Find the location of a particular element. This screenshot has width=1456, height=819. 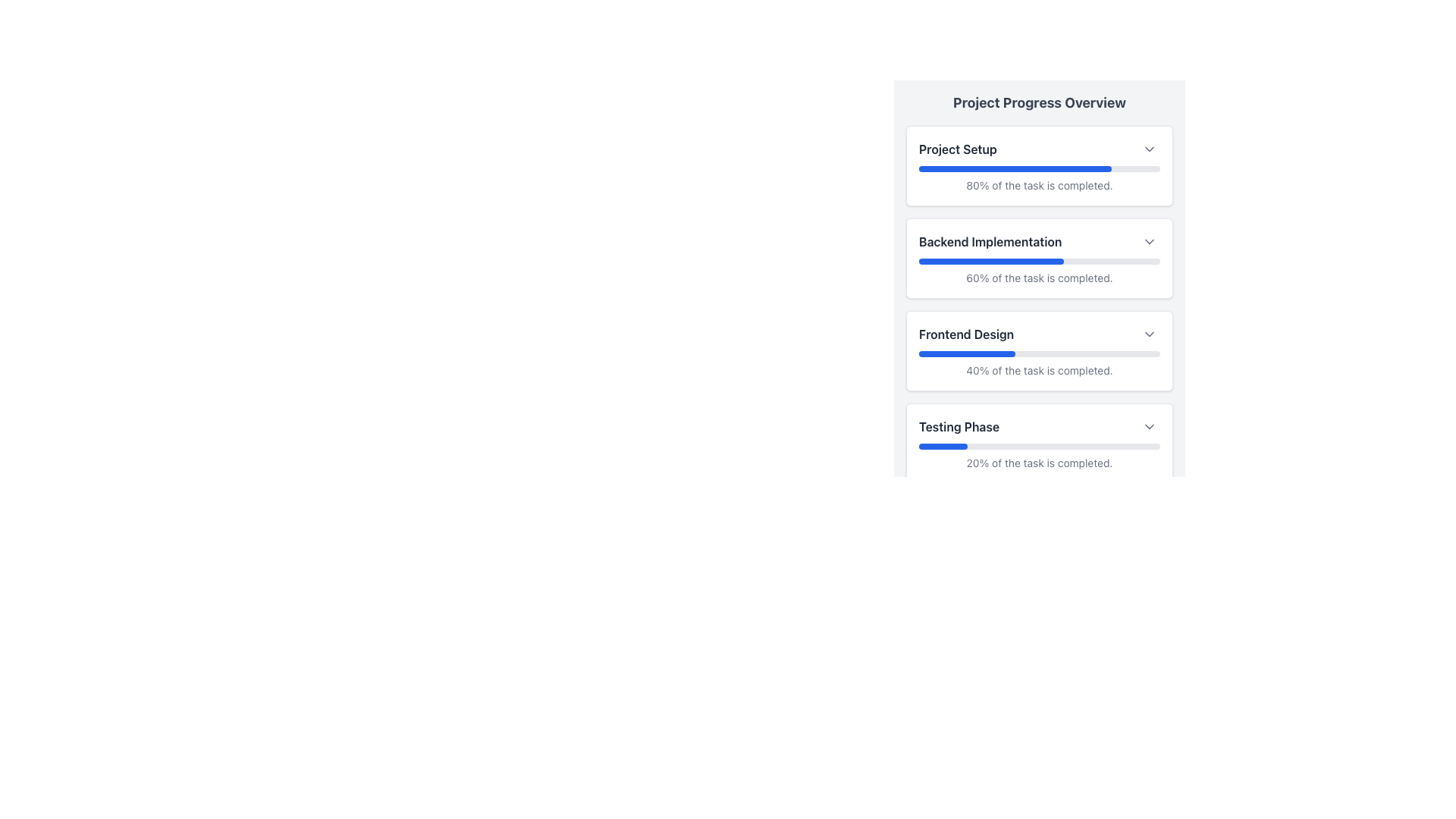

the header text label in the 'Project Progress Overview' section, which is located on the fourth row and is positioned towards the left, before the chevron and details icons is located at coordinates (958, 427).